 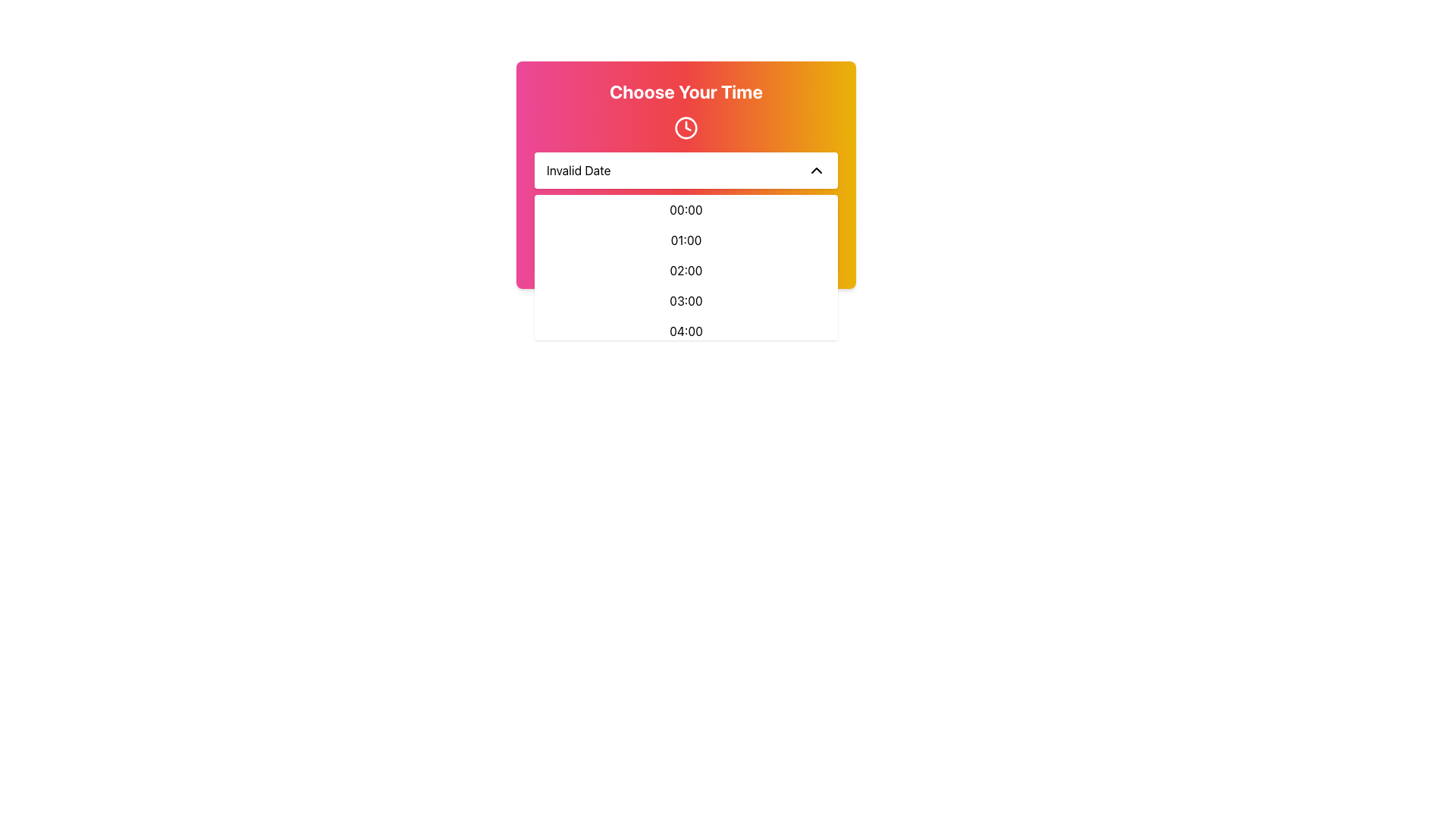 I want to click on the third option '02:00' in the dropdown menu that is aligned centrally beneath the 'Invalid Date' dropdown trigger, so click(x=686, y=267).